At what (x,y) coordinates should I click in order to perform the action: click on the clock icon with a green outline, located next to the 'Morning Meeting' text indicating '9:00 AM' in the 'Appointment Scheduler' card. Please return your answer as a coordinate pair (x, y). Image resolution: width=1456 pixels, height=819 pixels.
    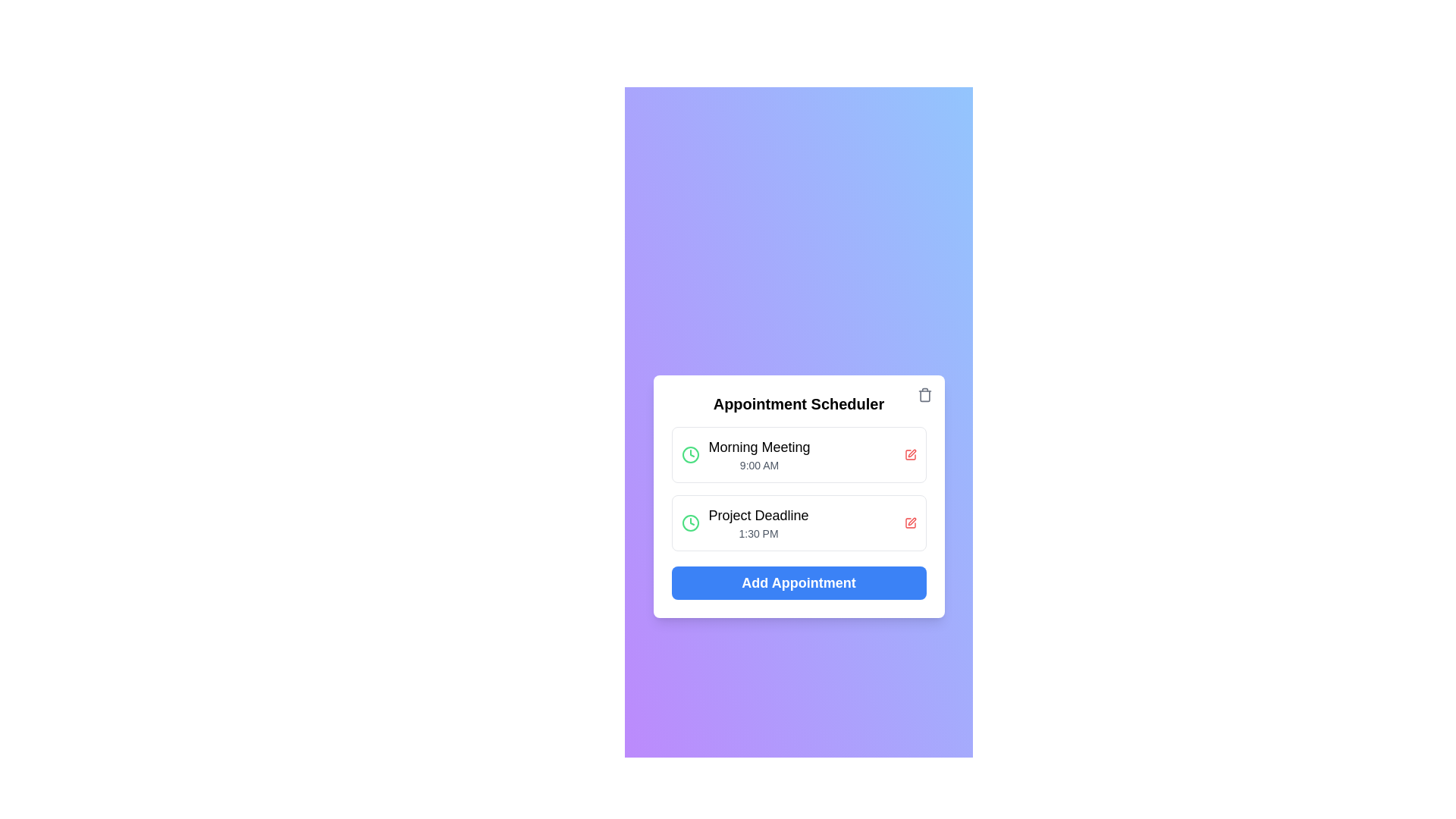
    Looking at the image, I should click on (689, 454).